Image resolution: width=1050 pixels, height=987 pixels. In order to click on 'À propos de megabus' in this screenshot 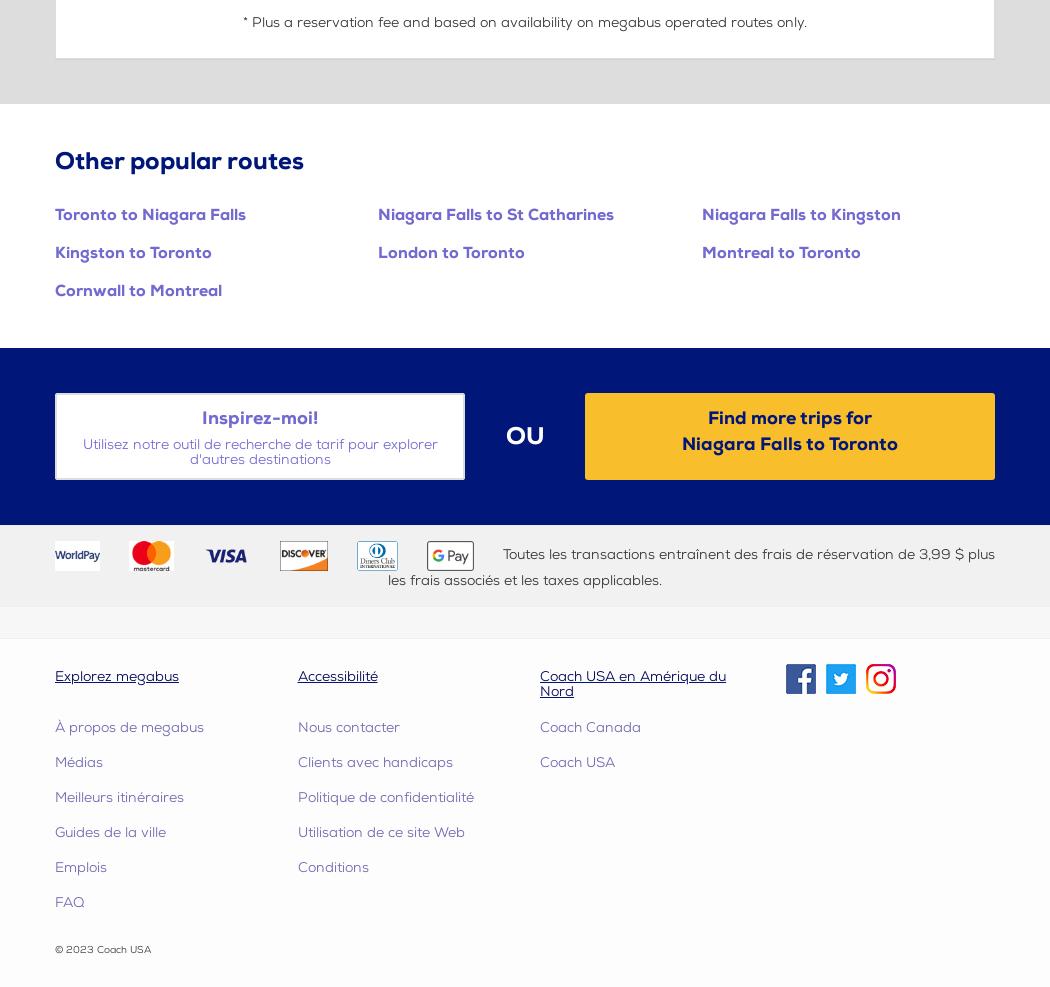, I will do `click(128, 725)`.